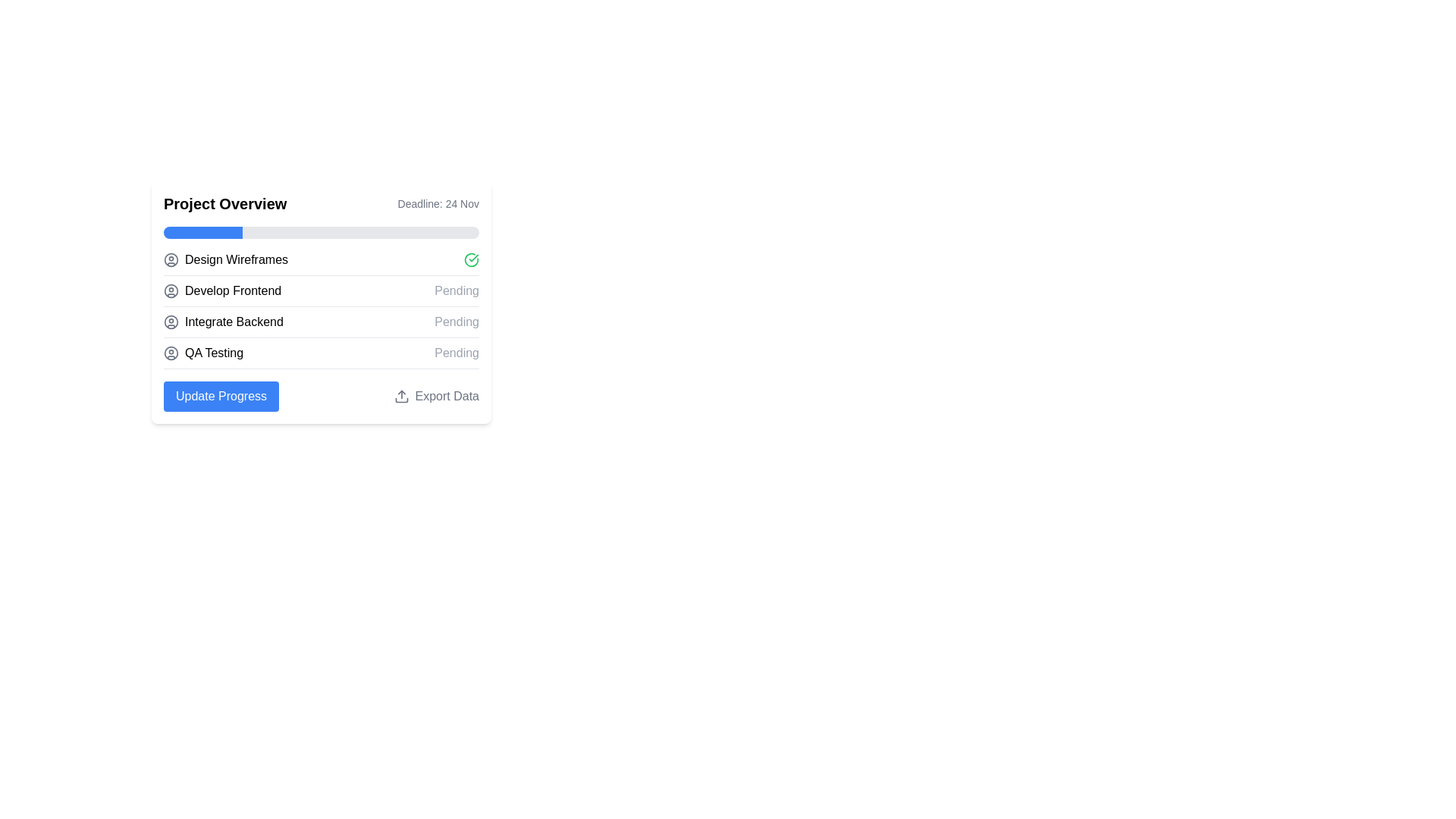 Image resolution: width=1456 pixels, height=819 pixels. Describe the element at coordinates (171, 291) in the screenshot. I see `the user profile icon with a gray outline located to the left of the 'Develop Frontend' text in the third row of icons under the 'Project Overview' section` at that location.